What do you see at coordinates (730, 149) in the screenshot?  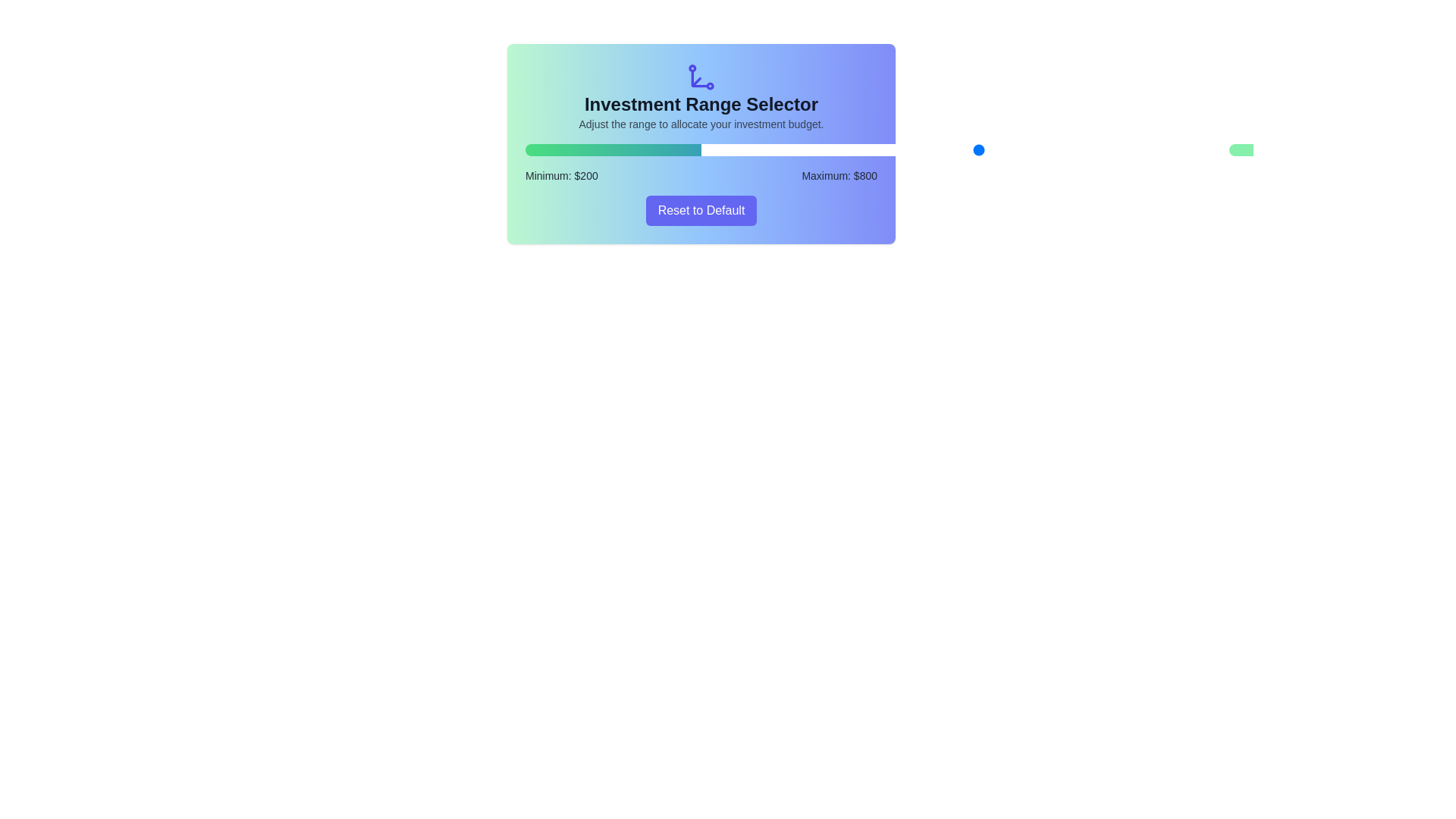 I see `the minimum investment range slider to 83` at bounding box center [730, 149].